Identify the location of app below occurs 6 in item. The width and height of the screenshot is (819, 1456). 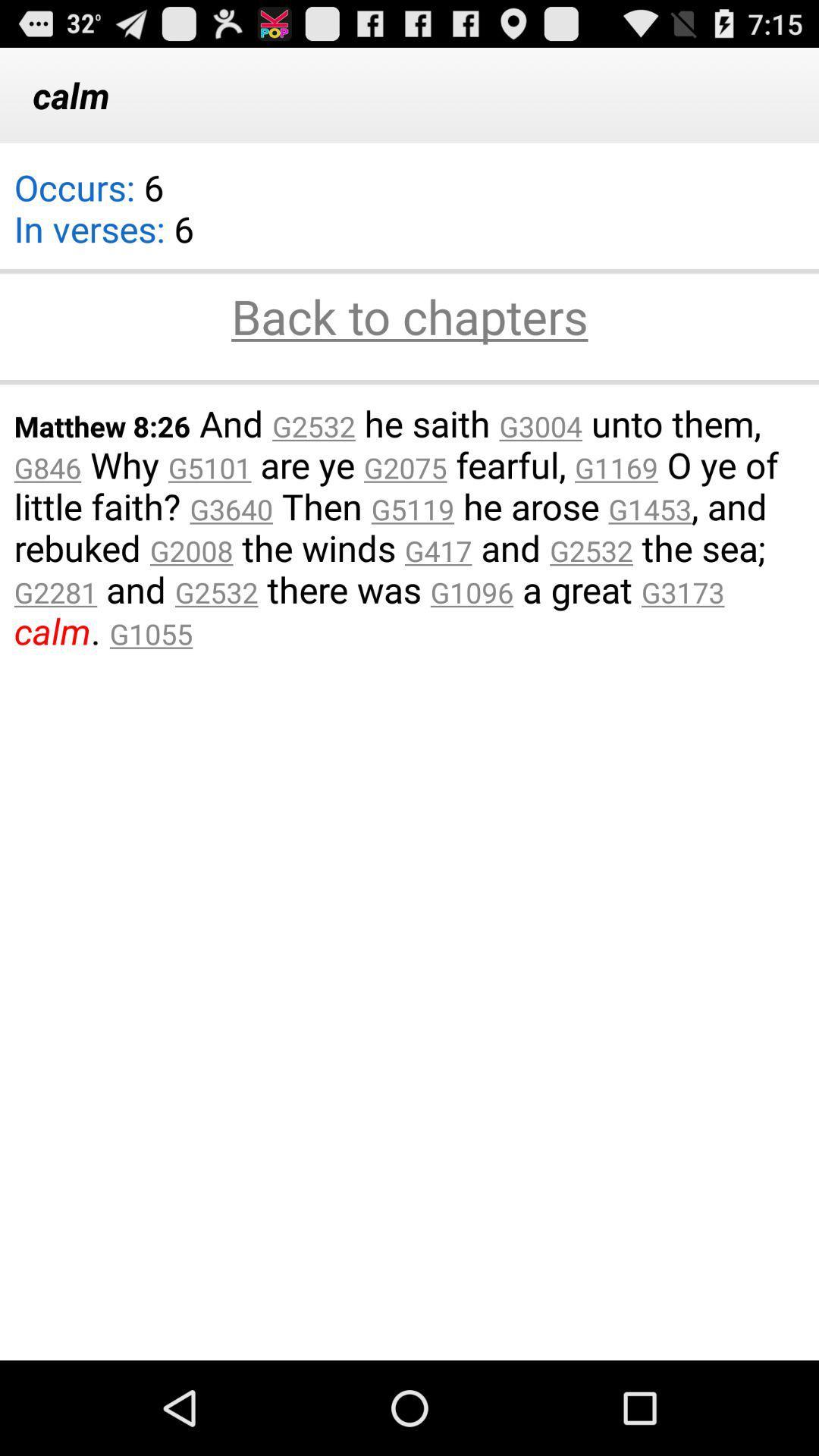
(409, 318).